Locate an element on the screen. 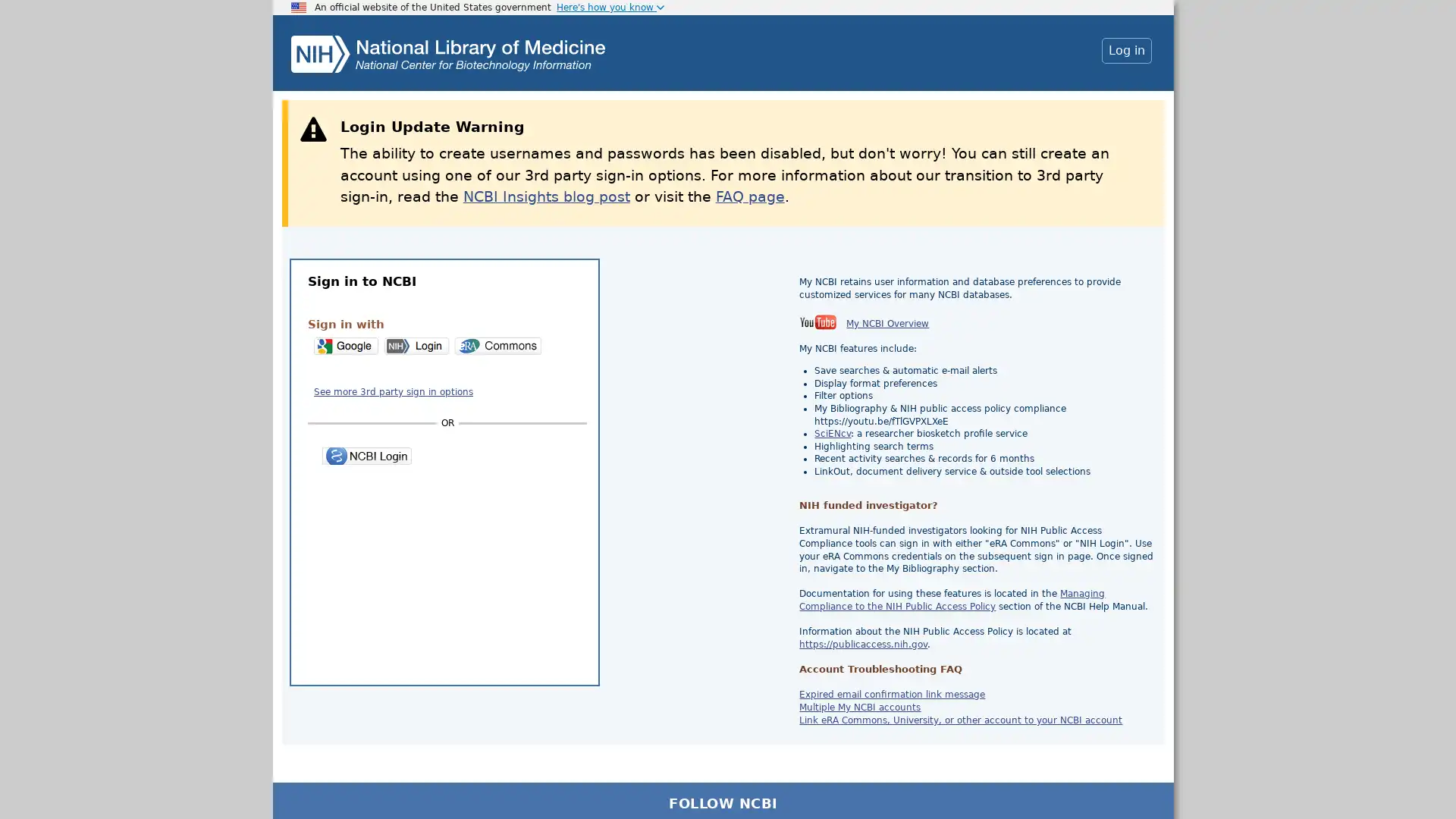 The image size is (1456, 819). Managing Compliance to the NIH Public Access Policy is located at coordinates (951, 599).